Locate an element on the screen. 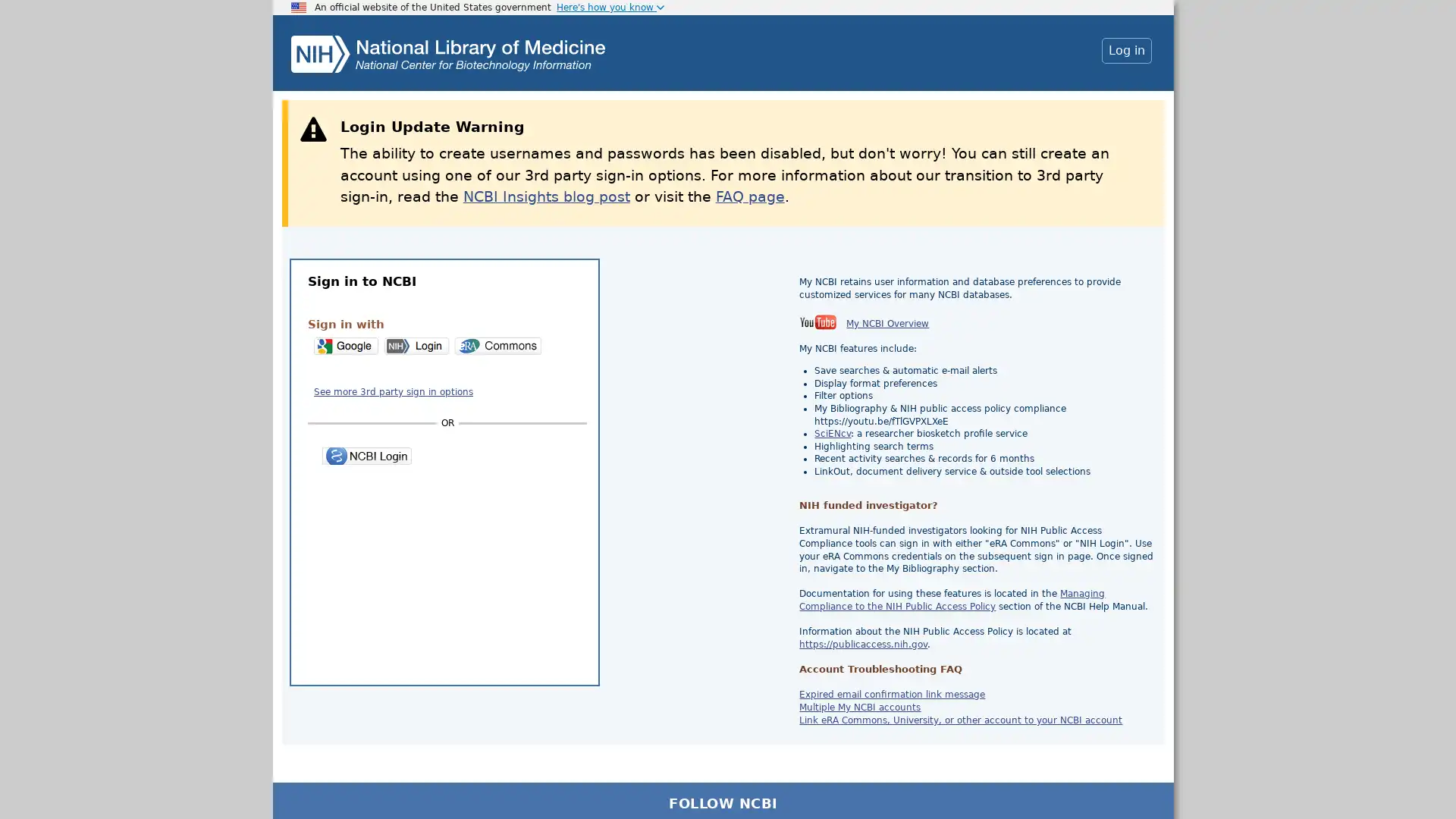 The image size is (1456, 819). Managing Compliance to the NIH Public Access Policy is located at coordinates (951, 599).